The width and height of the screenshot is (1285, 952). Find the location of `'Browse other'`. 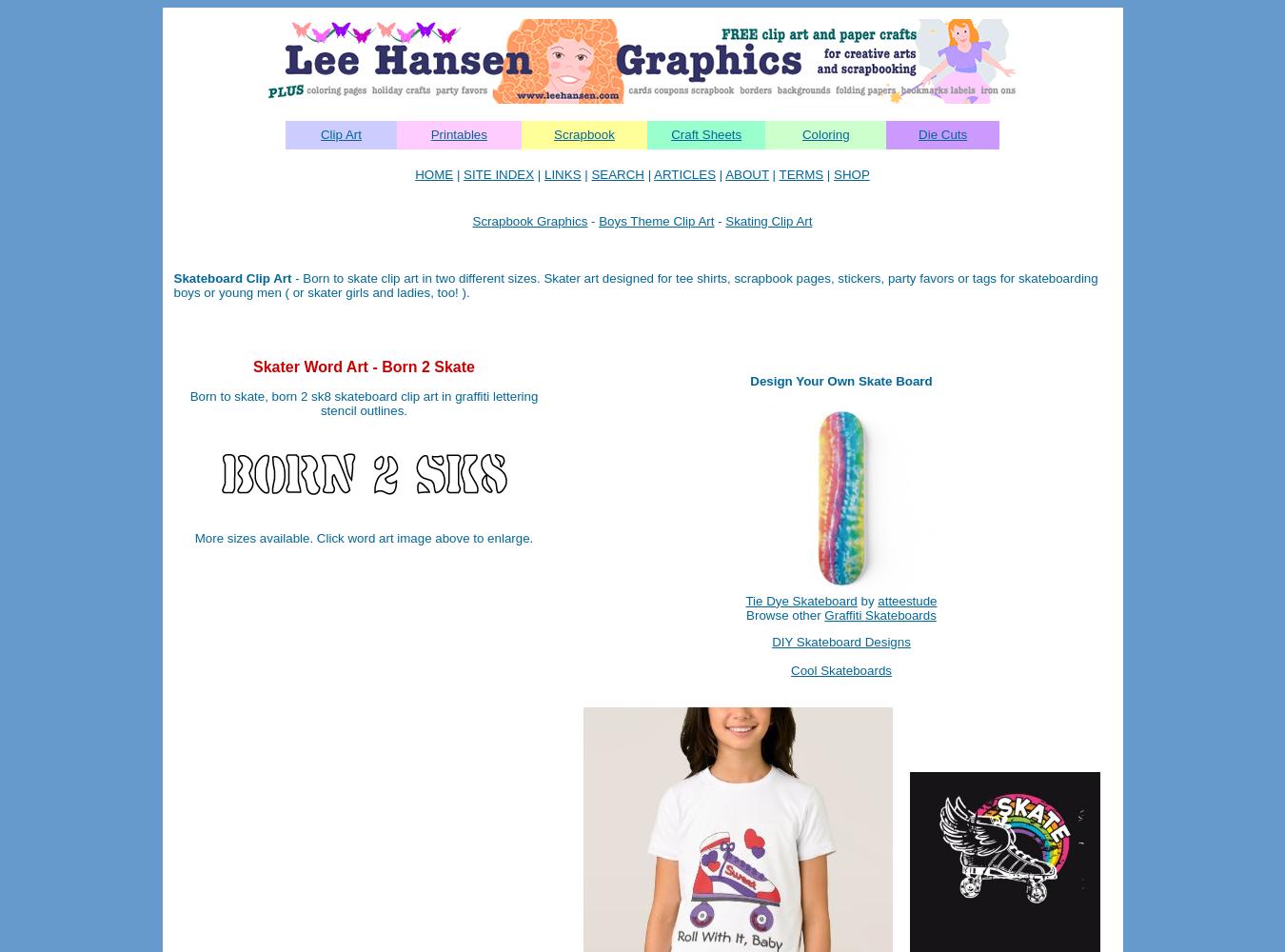

'Browse other' is located at coordinates (784, 614).